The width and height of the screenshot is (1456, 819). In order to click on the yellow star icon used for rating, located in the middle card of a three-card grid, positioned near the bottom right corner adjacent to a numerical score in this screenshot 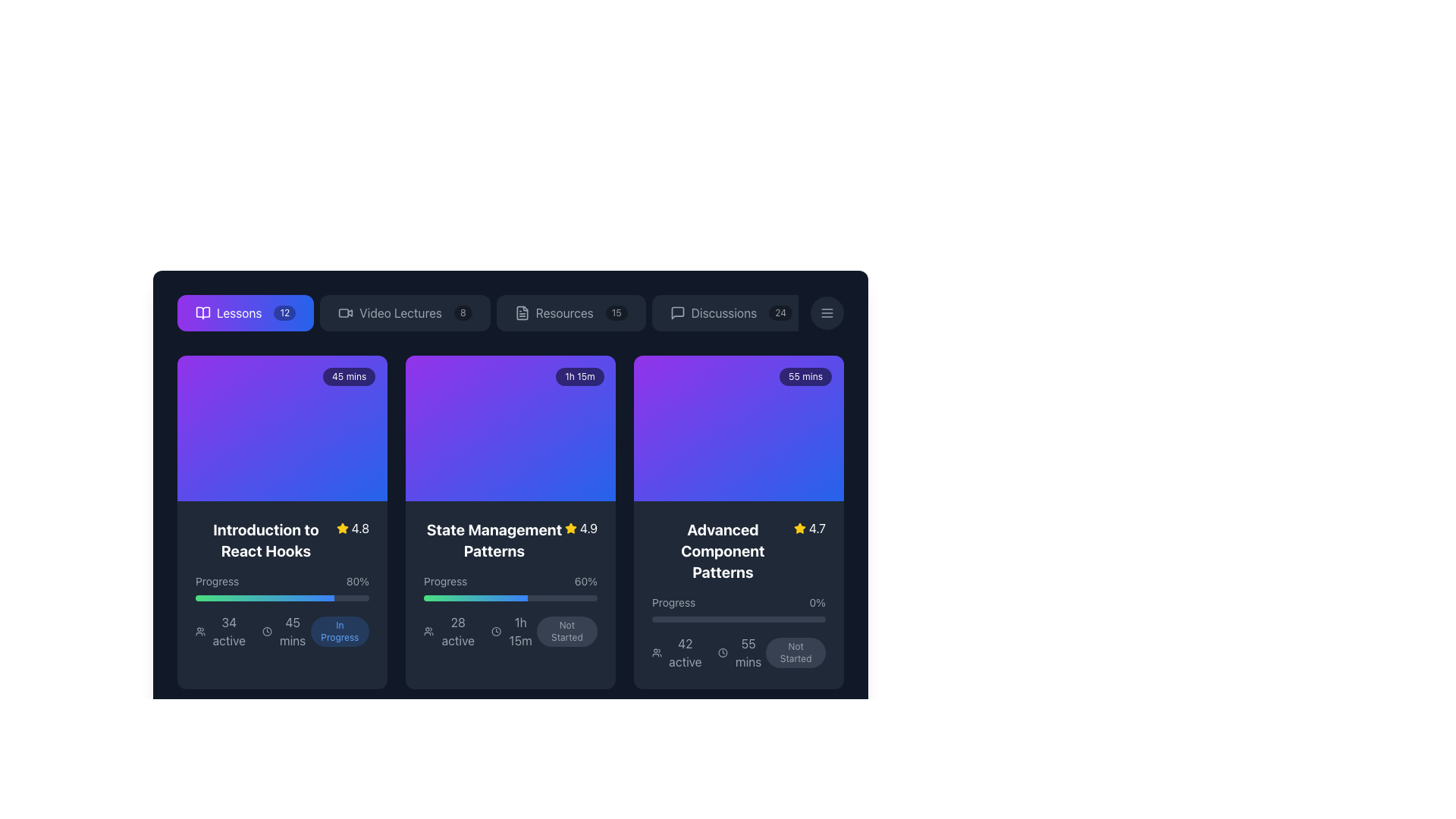, I will do `click(799, 527)`.